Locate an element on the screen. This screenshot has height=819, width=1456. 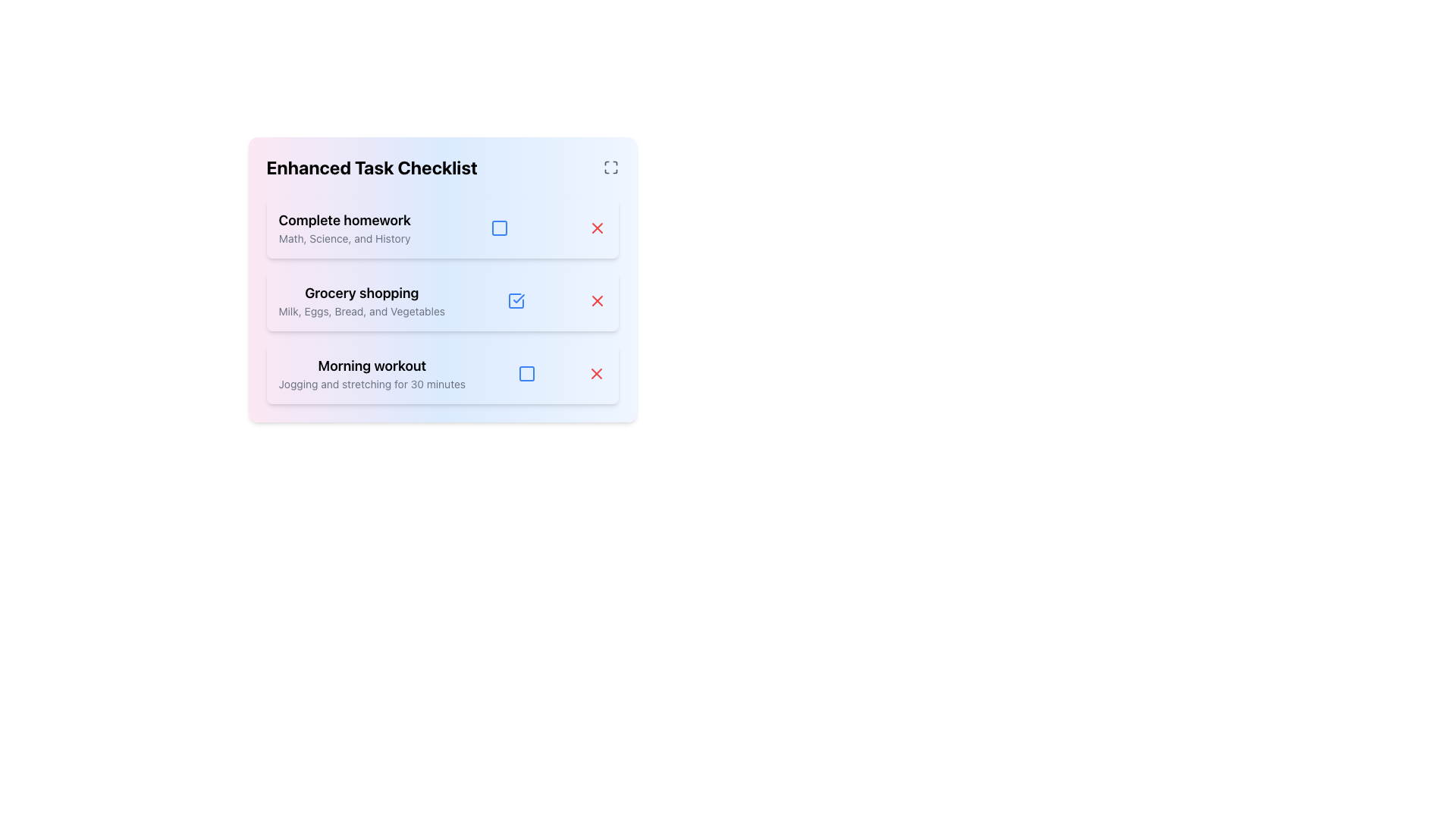
the circular red 'X' icon button is located at coordinates (596, 374).